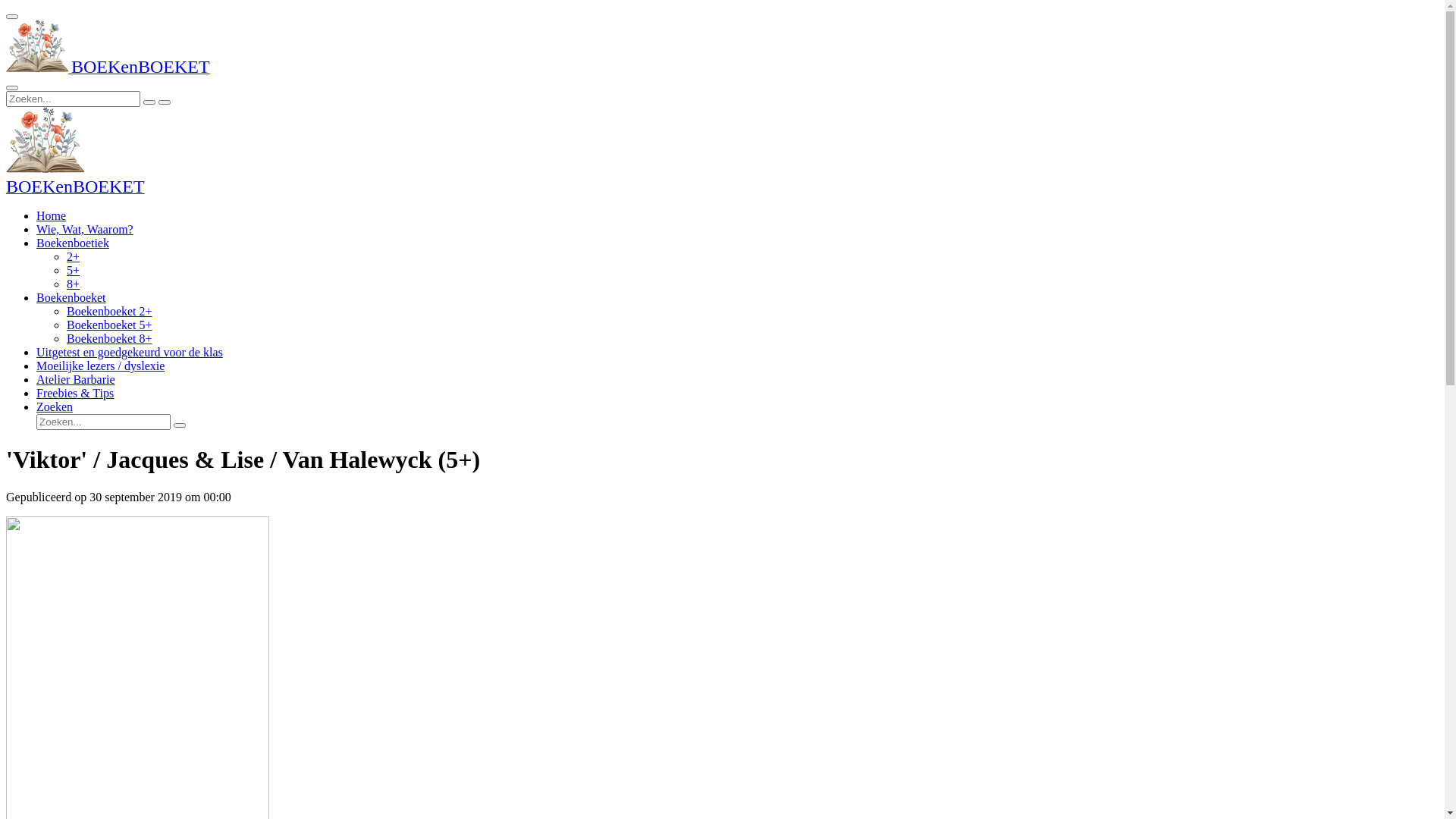  What do you see at coordinates (75, 378) in the screenshot?
I see `'Atelier Barbarie'` at bounding box center [75, 378].